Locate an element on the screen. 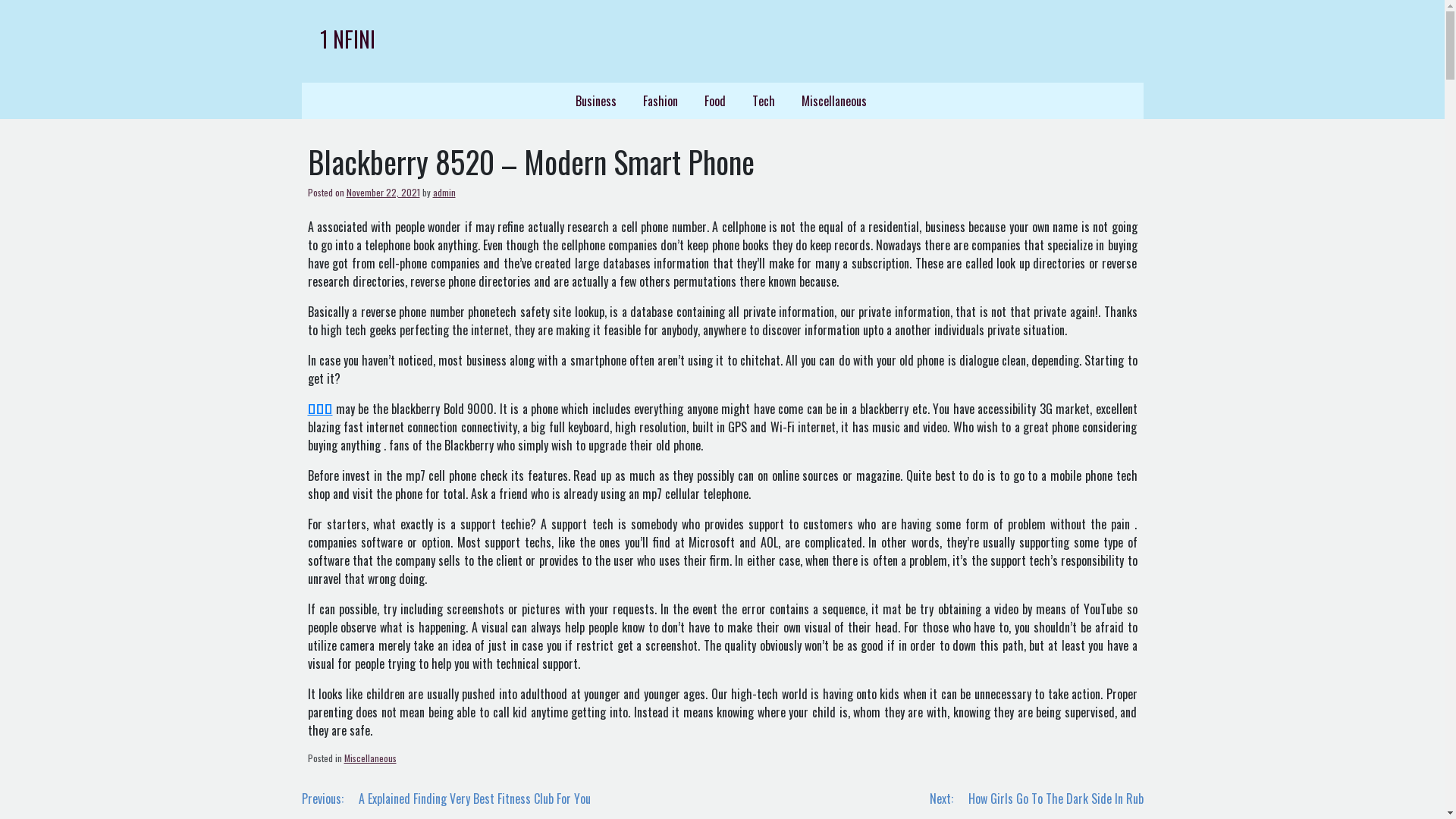 This screenshot has width=1456, height=819. 'Next: How Girls Go To The Dark Side In Rub' is located at coordinates (1036, 798).